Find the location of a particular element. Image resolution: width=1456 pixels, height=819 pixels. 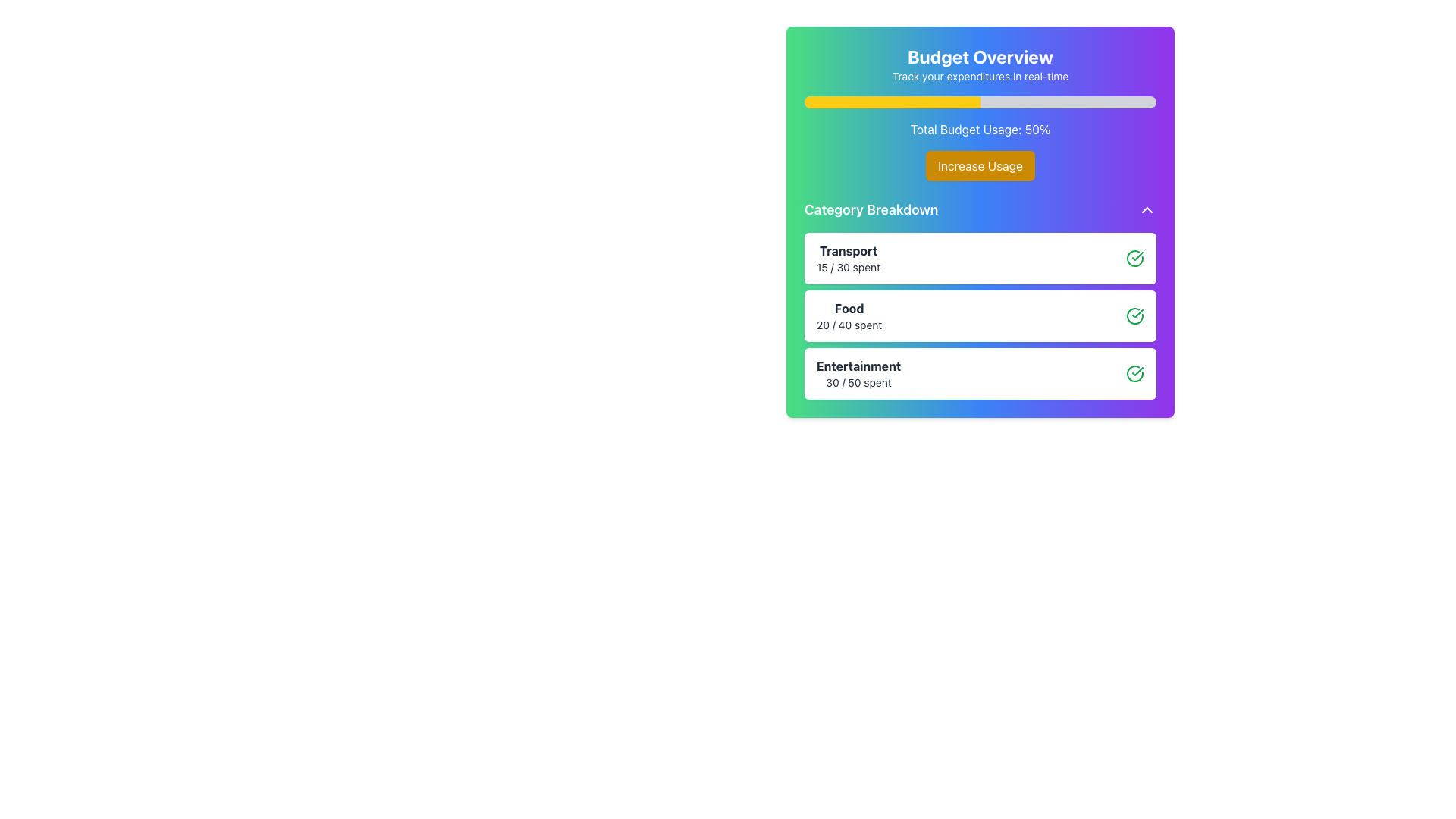

the static text element labeled 'Entertainment' which is bold and positioned above additional details in the 'Category Breakdown' section is located at coordinates (858, 366).